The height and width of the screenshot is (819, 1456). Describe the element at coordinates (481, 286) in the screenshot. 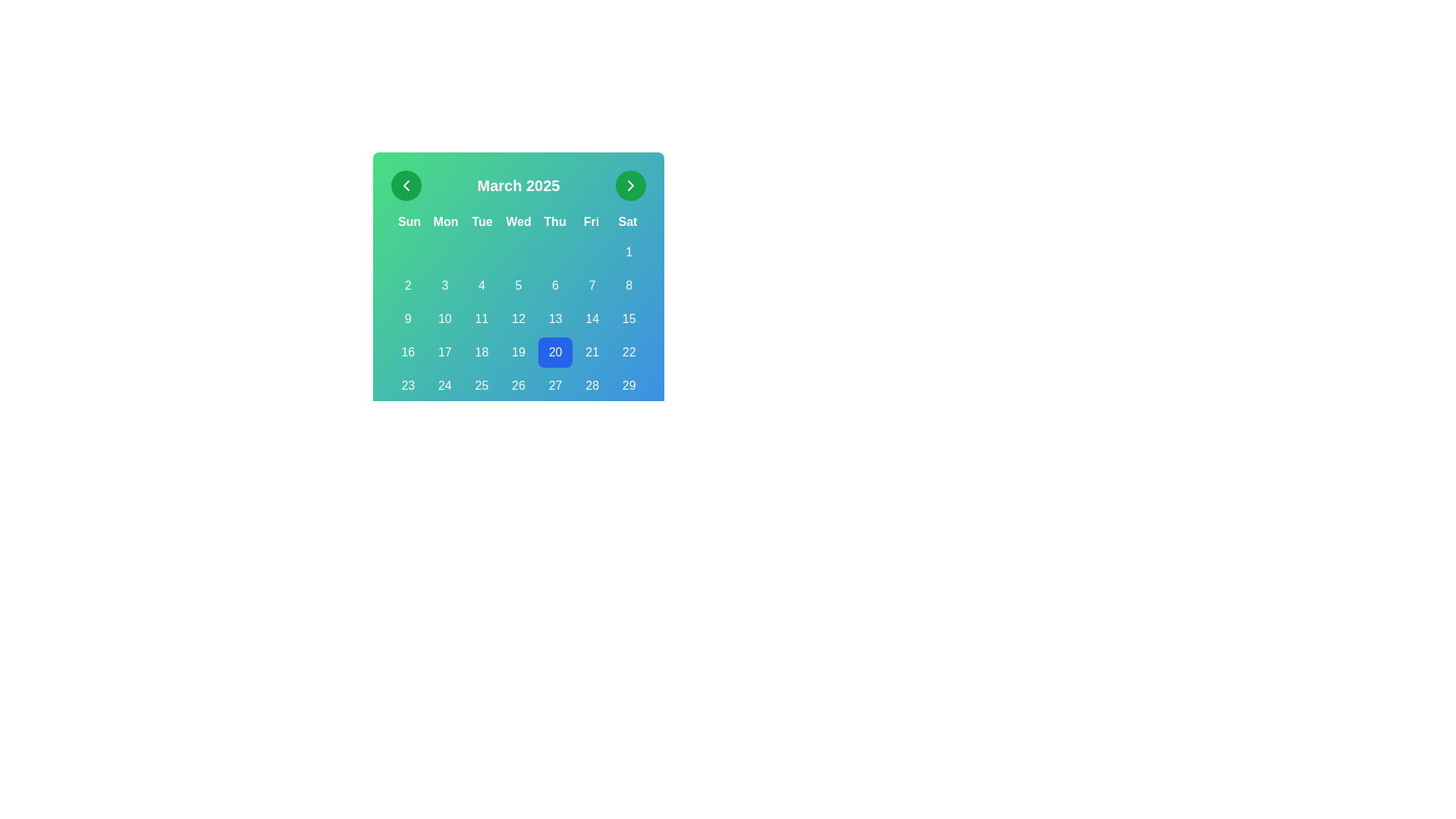

I see `the button displaying the number '4' in the calendar grid to change its background color to blue` at that location.